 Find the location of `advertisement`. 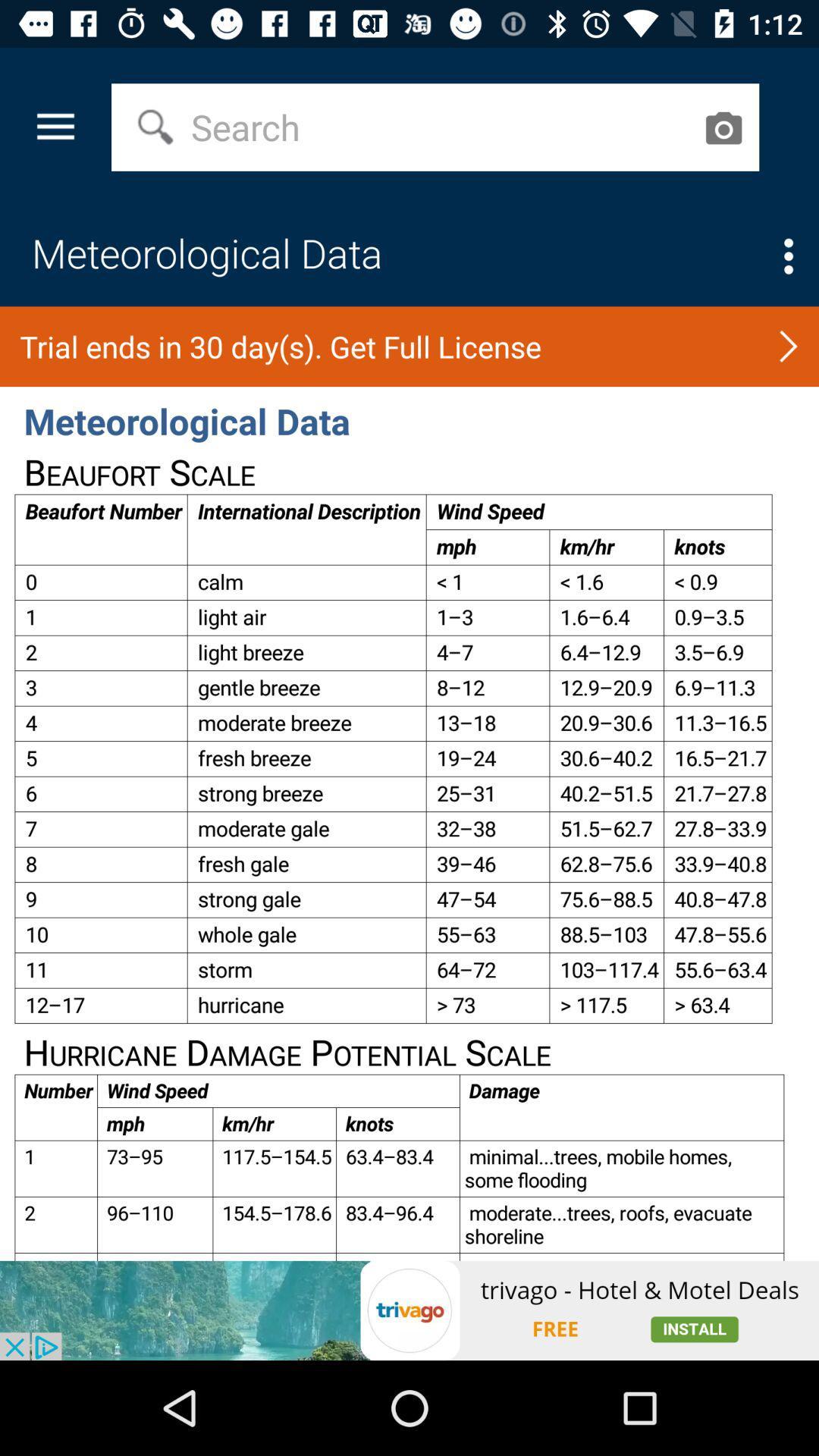

advertisement is located at coordinates (409, 1310).